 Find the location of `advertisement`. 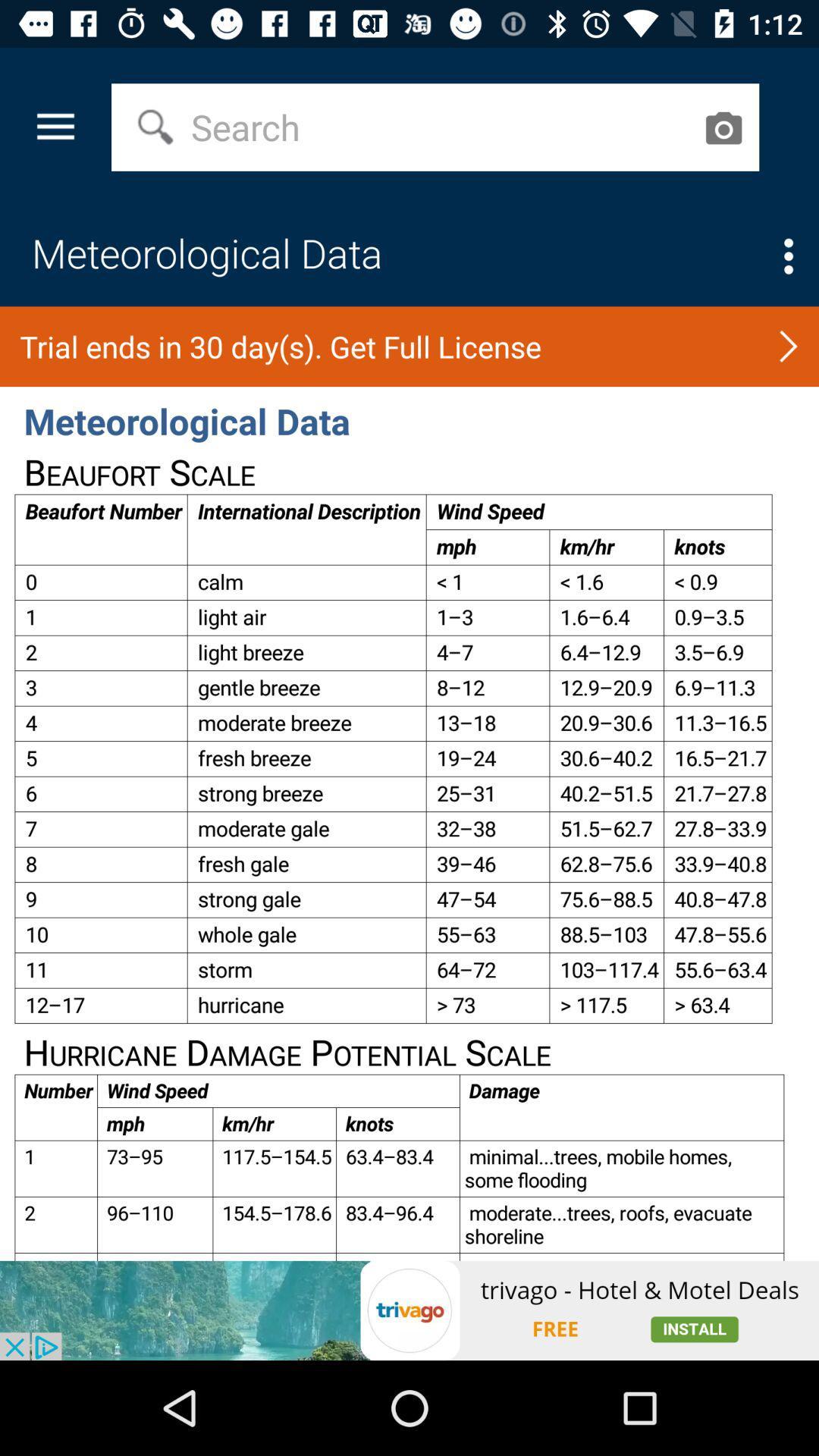

advertisement is located at coordinates (409, 1310).